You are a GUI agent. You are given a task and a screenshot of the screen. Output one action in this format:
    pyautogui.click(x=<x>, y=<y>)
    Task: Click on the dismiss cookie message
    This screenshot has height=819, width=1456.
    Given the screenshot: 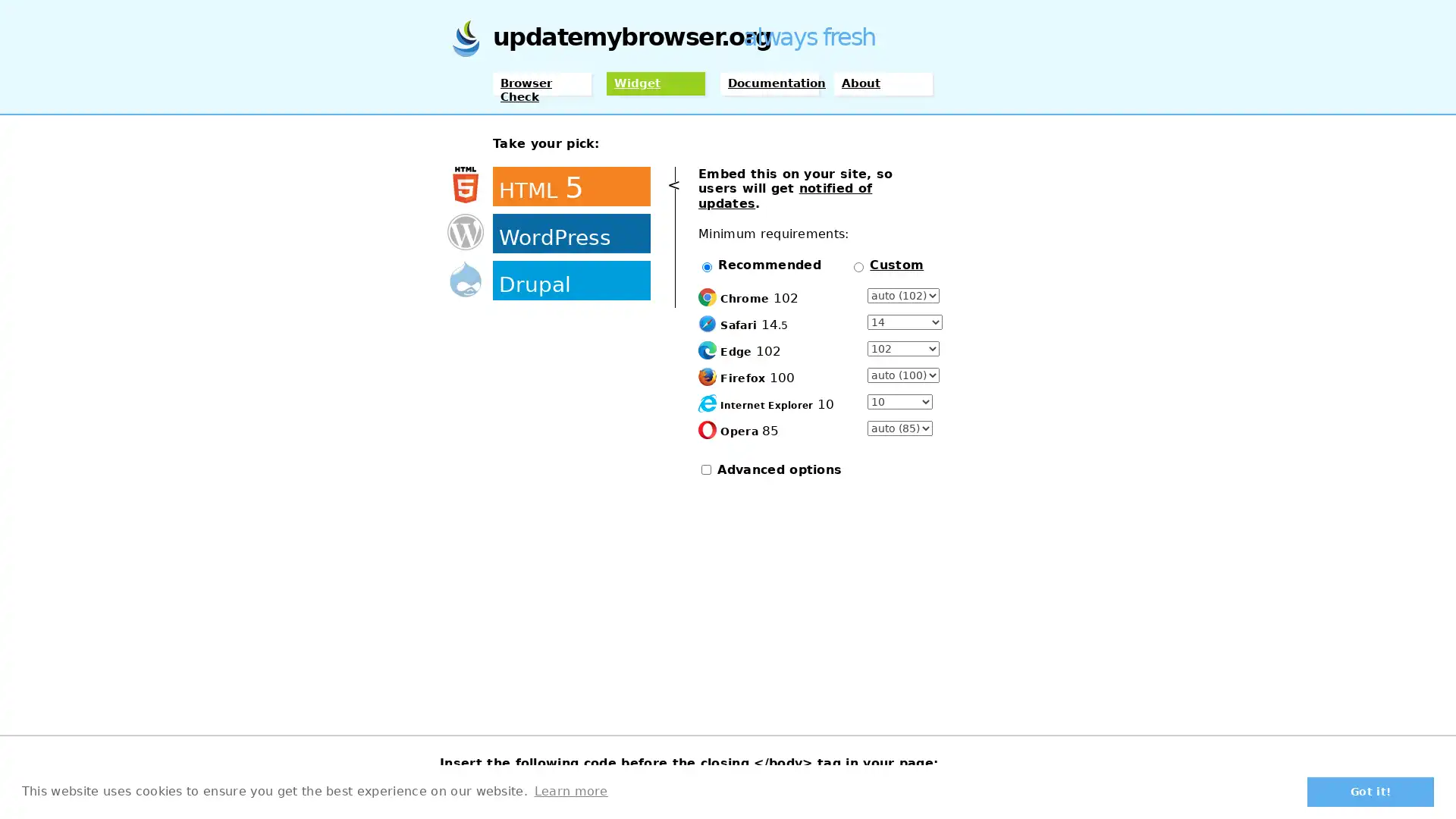 What is the action you would take?
    pyautogui.click(x=1370, y=791)
    